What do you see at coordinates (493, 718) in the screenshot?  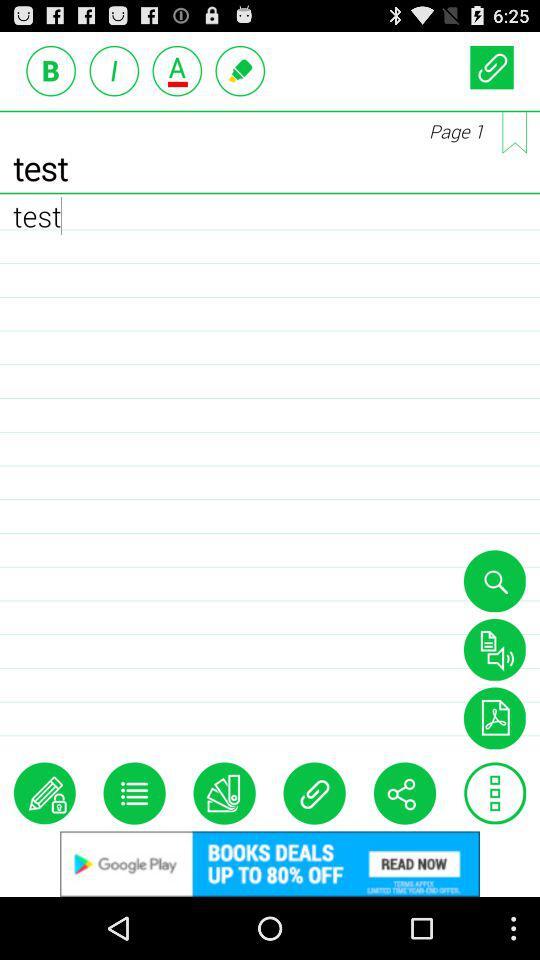 I see `save` at bounding box center [493, 718].